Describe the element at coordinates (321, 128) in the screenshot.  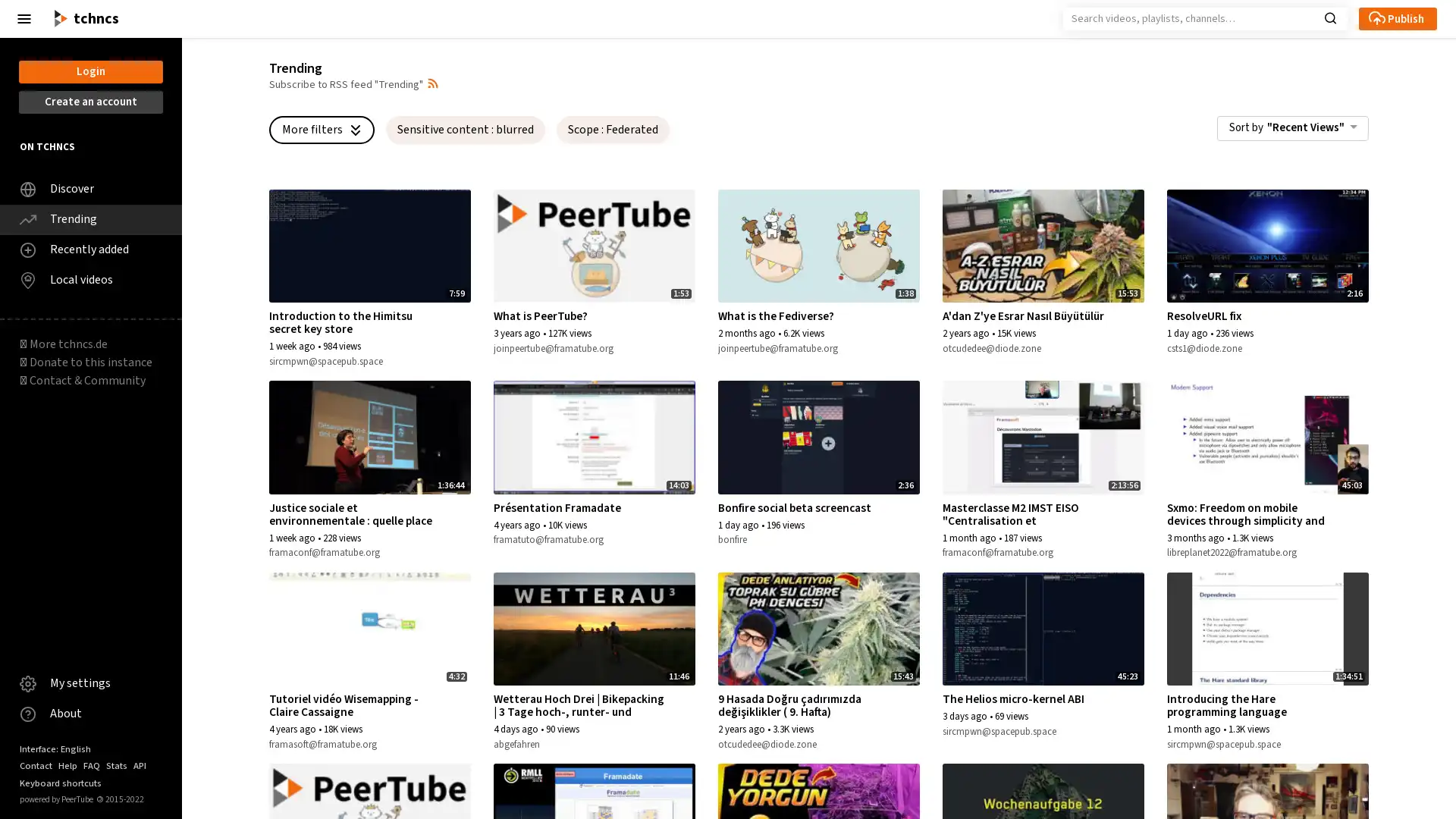
I see `More filters` at that location.